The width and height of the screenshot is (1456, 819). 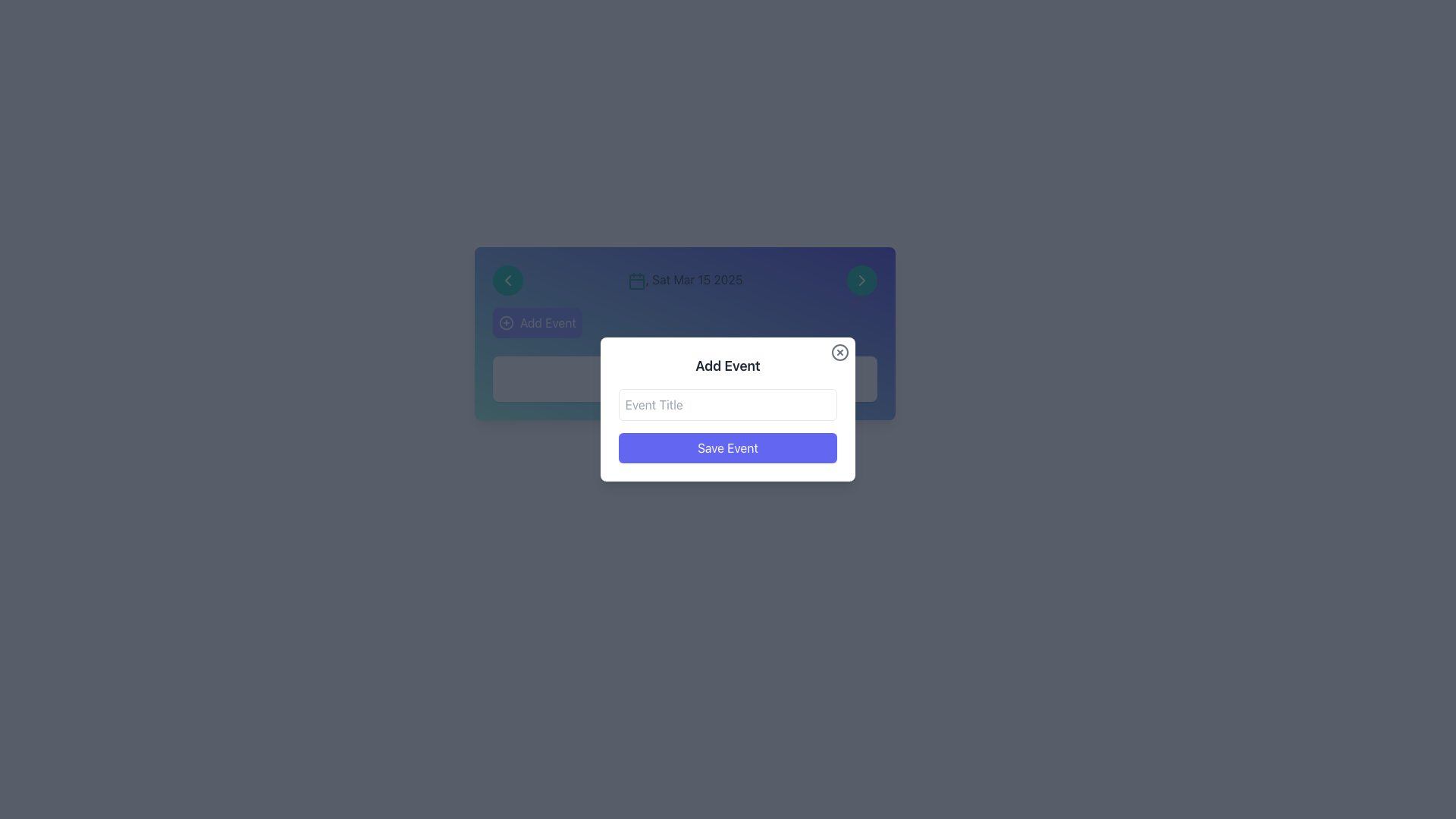 What do you see at coordinates (728, 366) in the screenshot?
I see `text from the title label of the dialog box, which is positioned at the top above the 'Event Title' input field and the 'Save Event' button` at bounding box center [728, 366].